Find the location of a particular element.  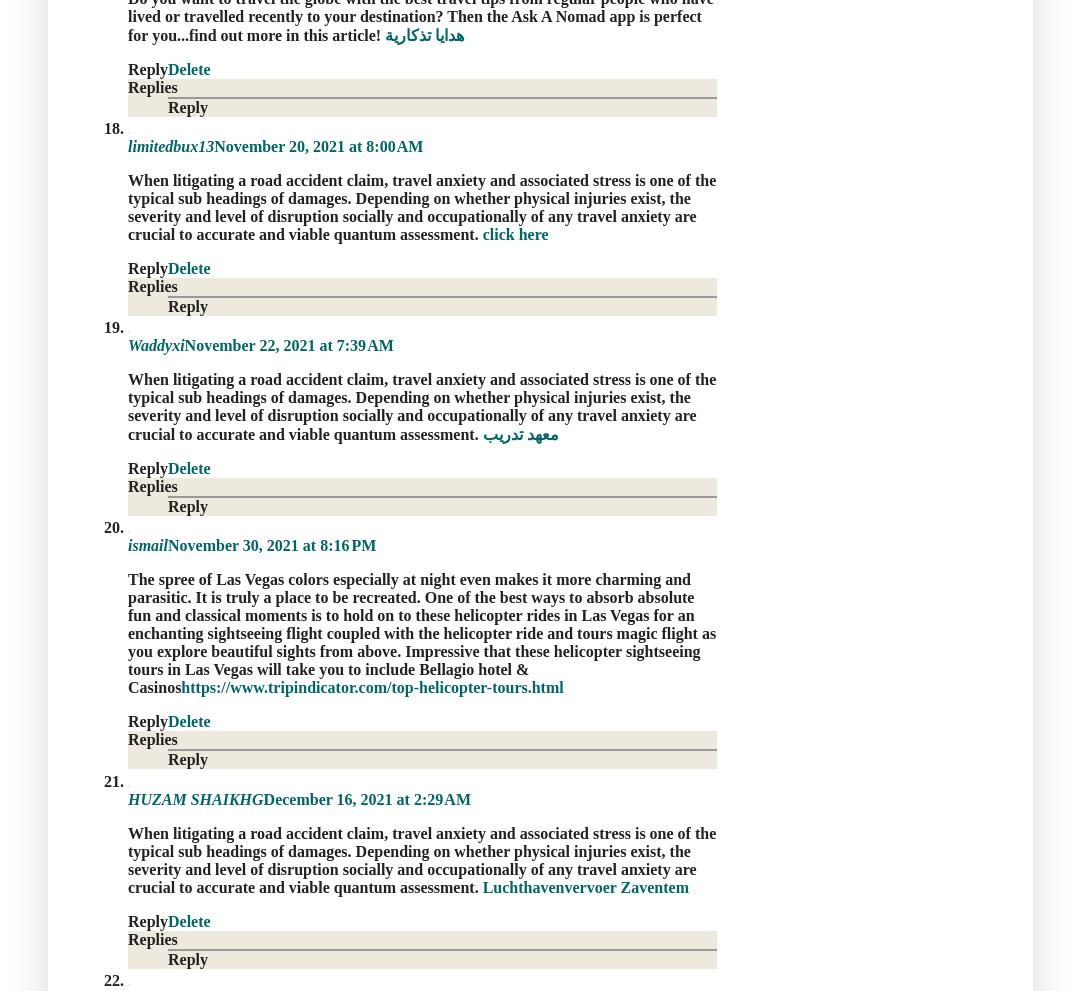

'November 22, 2021 at 7:39 AM' is located at coordinates (287, 345).